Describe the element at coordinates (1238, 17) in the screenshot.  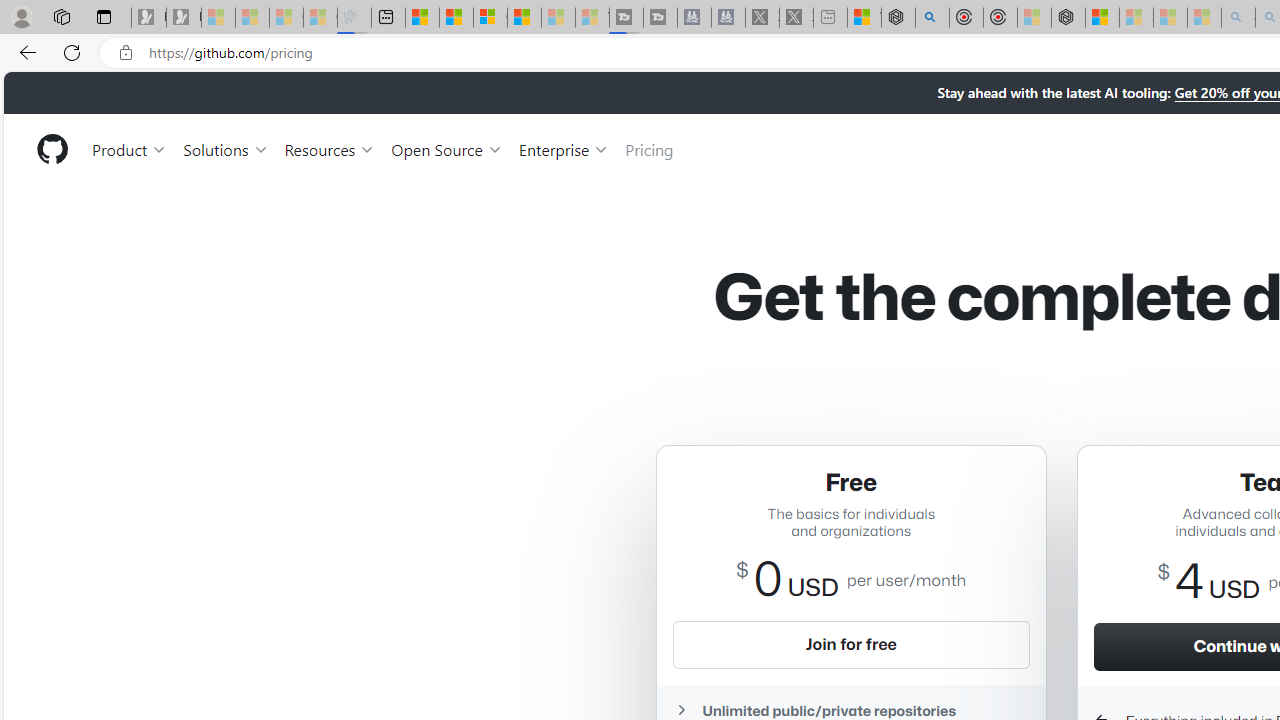
I see `'amazon - Search - Sleeping'` at that location.